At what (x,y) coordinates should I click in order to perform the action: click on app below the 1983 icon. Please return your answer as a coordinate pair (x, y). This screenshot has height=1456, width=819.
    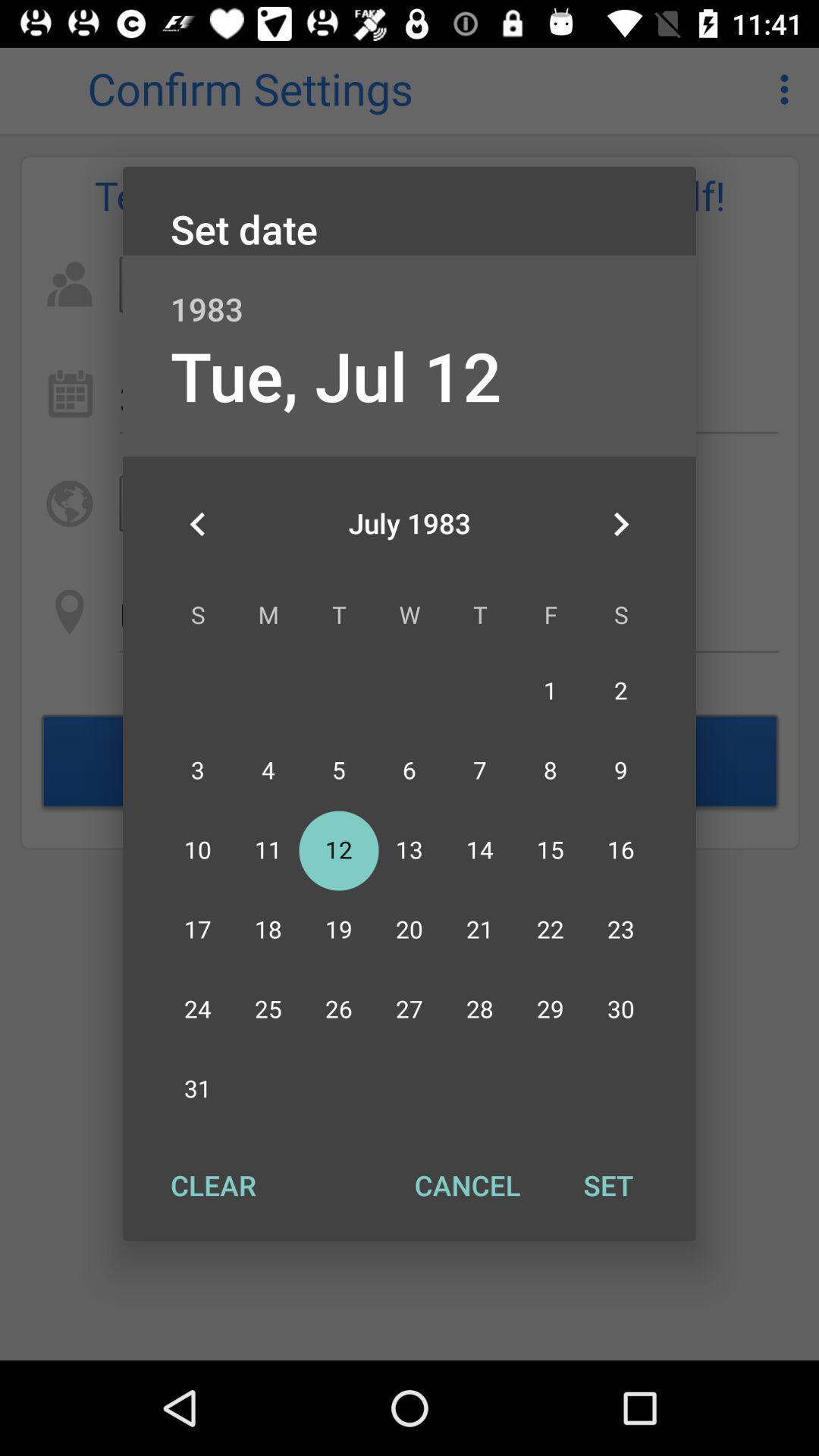
    Looking at the image, I should click on (620, 524).